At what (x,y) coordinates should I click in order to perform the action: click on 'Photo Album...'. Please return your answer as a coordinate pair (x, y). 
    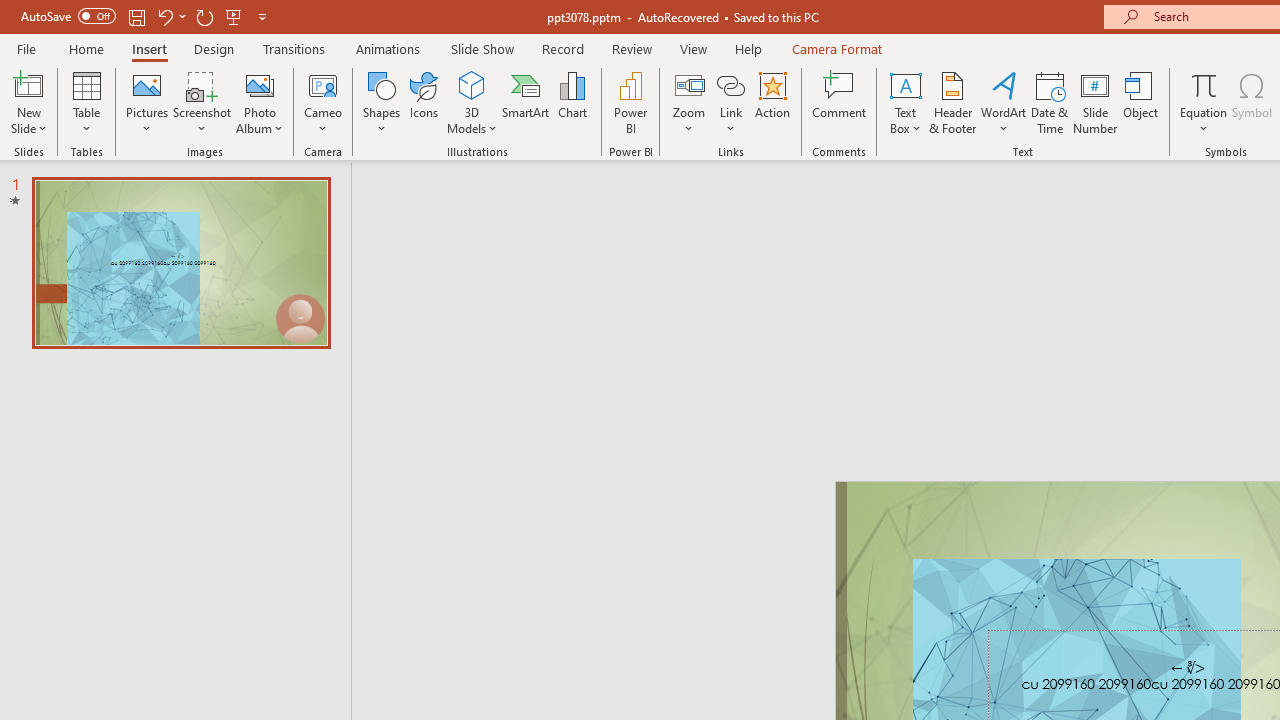
    Looking at the image, I should click on (258, 103).